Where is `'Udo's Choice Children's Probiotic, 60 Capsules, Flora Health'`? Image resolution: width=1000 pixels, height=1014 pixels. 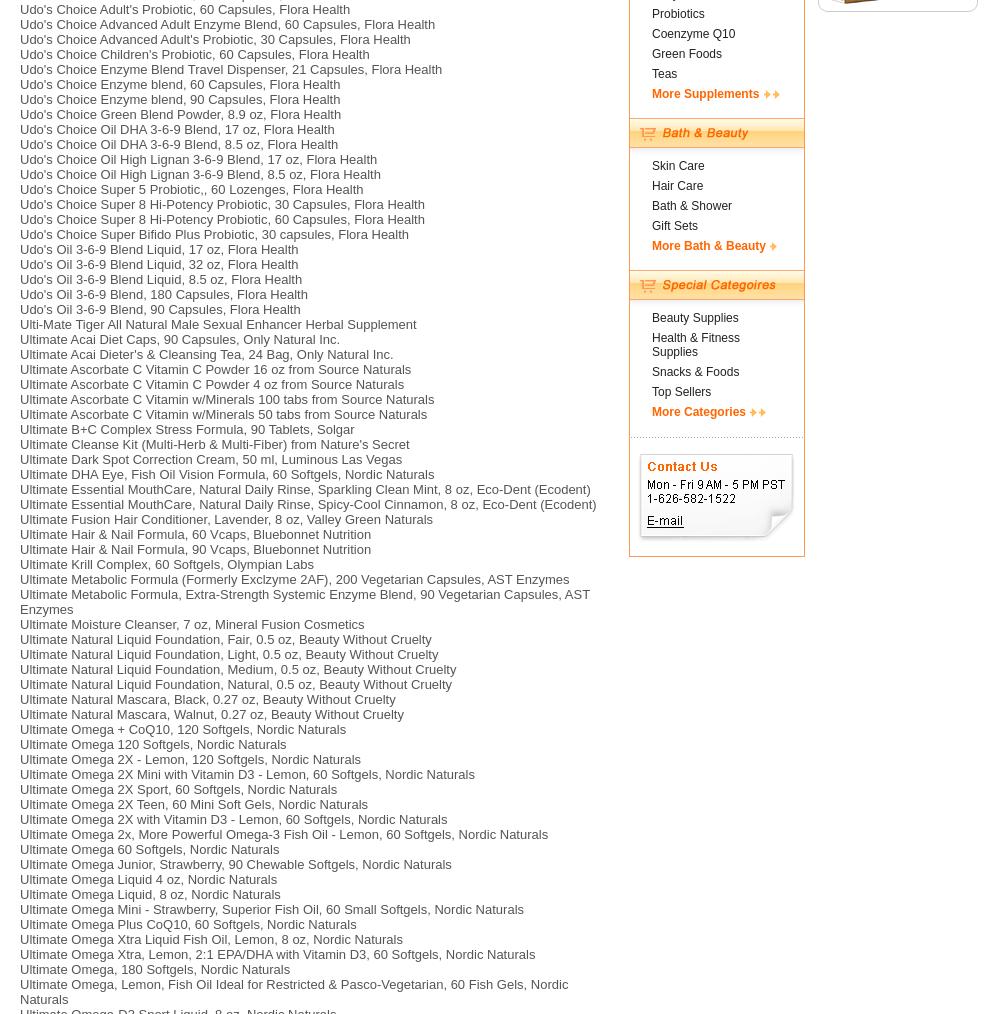 'Udo's Choice Children's Probiotic, 60 Capsules, Flora Health' is located at coordinates (193, 53).